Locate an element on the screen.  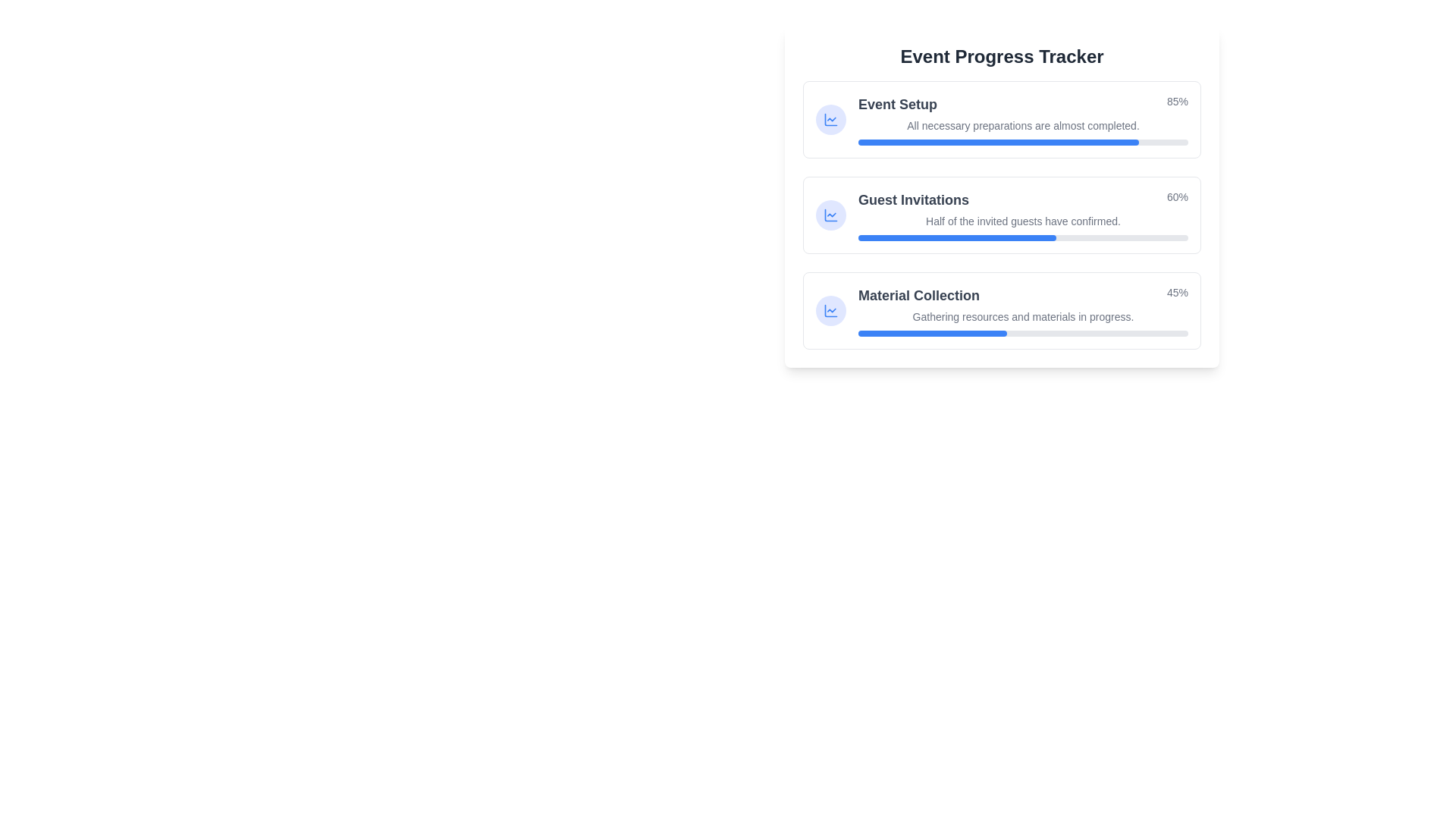
the Text label that provides additional context for the 'Material Collection' section, which is positioned below 'Material Collection' and '45%', and above a progress bar is located at coordinates (1023, 315).